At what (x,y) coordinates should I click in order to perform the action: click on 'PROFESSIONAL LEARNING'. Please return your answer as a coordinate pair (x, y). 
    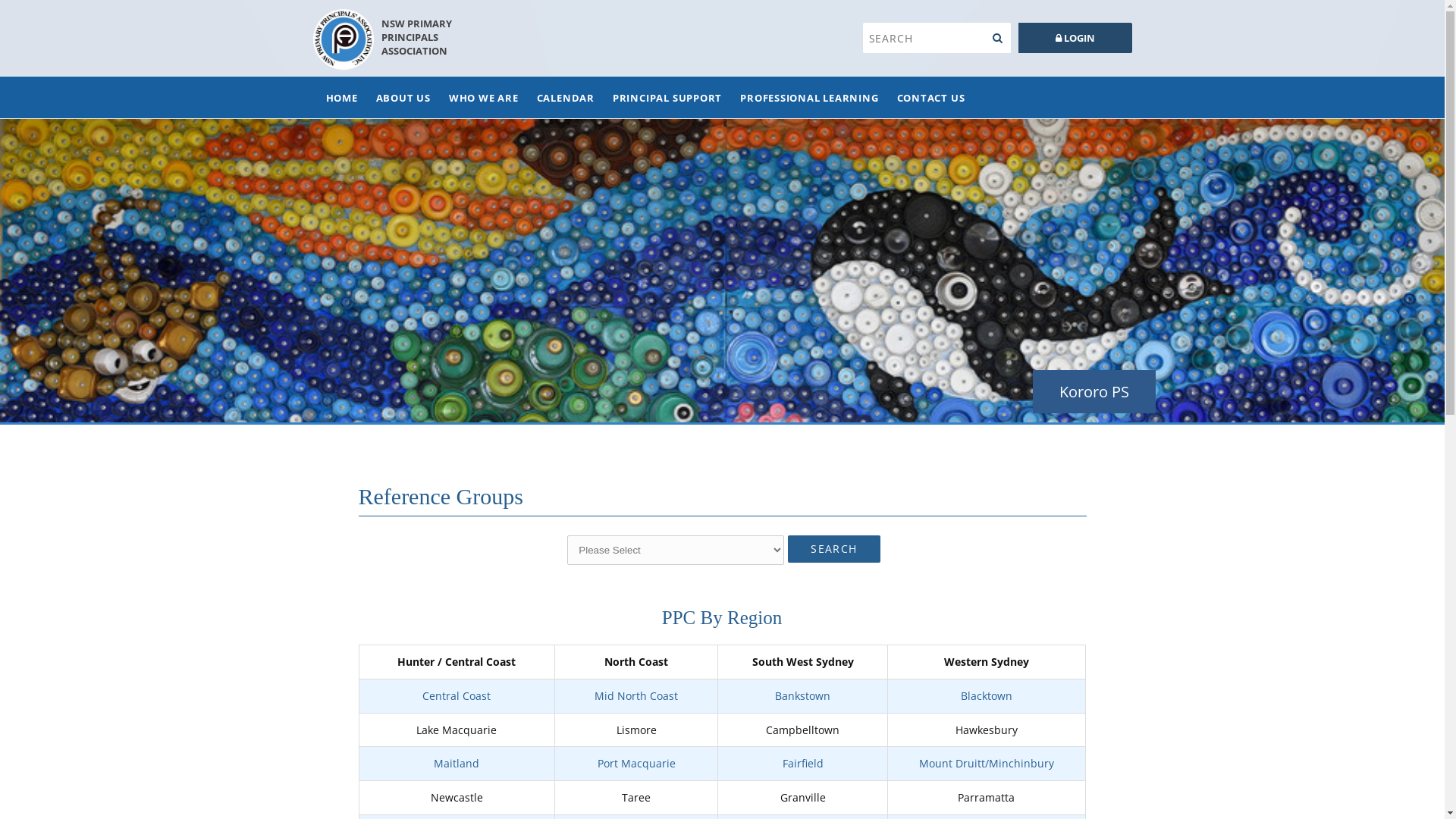
    Looking at the image, I should click on (808, 97).